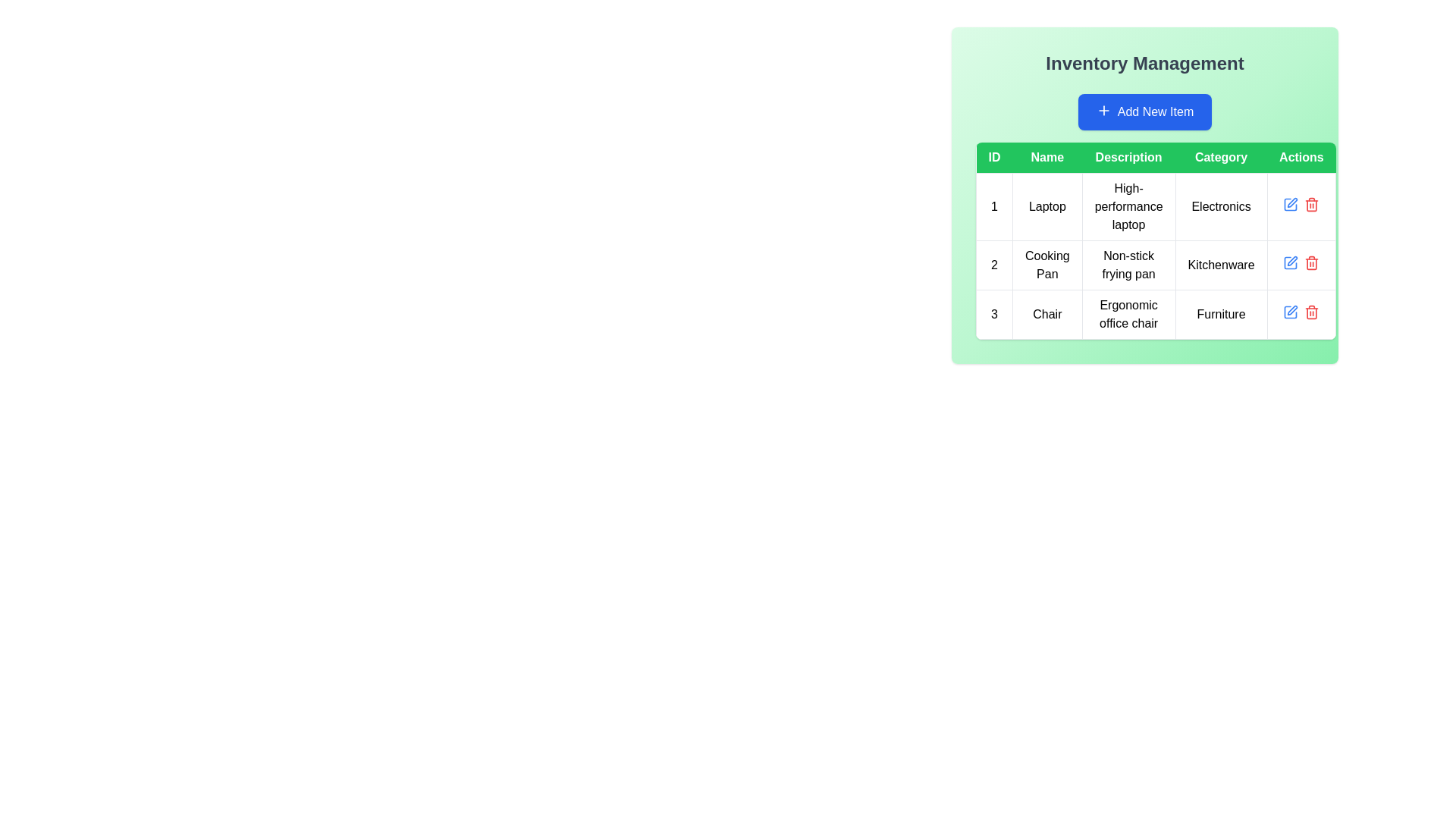 The width and height of the screenshot is (1456, 819). I want to click on description text of the 'Non-stick frying pan' label, which is located in the 'Description' column of the second row of the table, so click(1128, 265).